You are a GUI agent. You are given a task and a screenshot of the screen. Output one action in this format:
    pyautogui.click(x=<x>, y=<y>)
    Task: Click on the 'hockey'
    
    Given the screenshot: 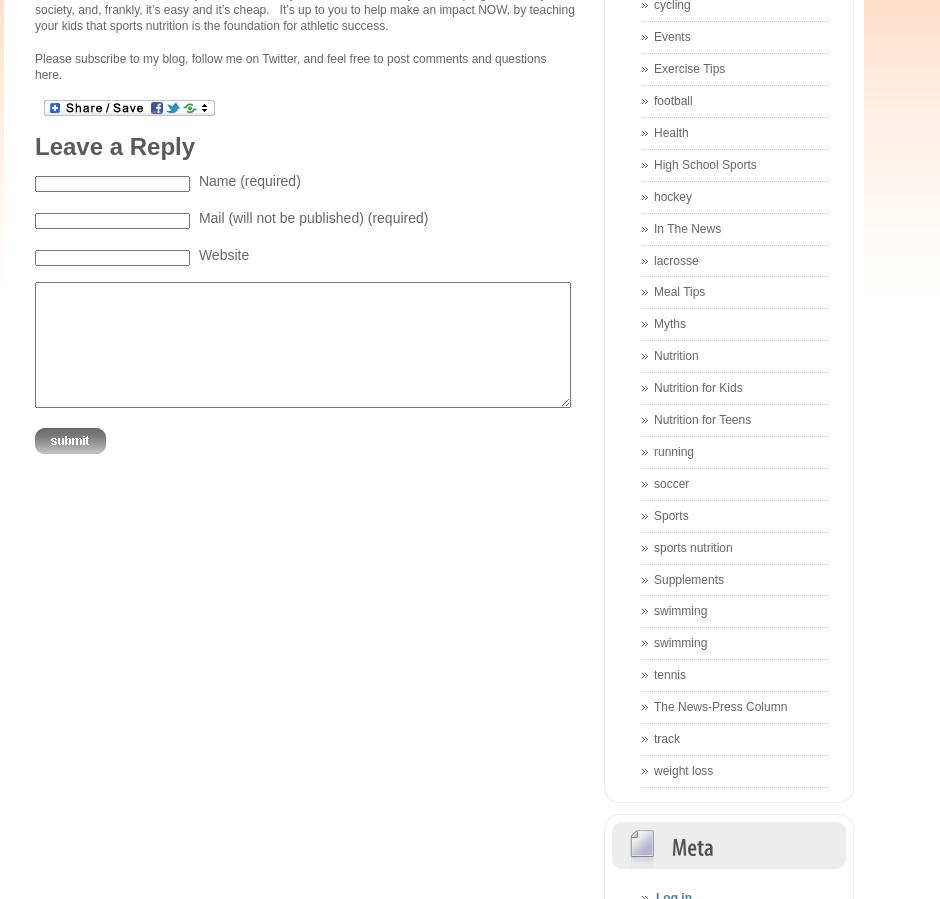 What is the action you would take?
    pyautogui.click(x=672, y=195)
    